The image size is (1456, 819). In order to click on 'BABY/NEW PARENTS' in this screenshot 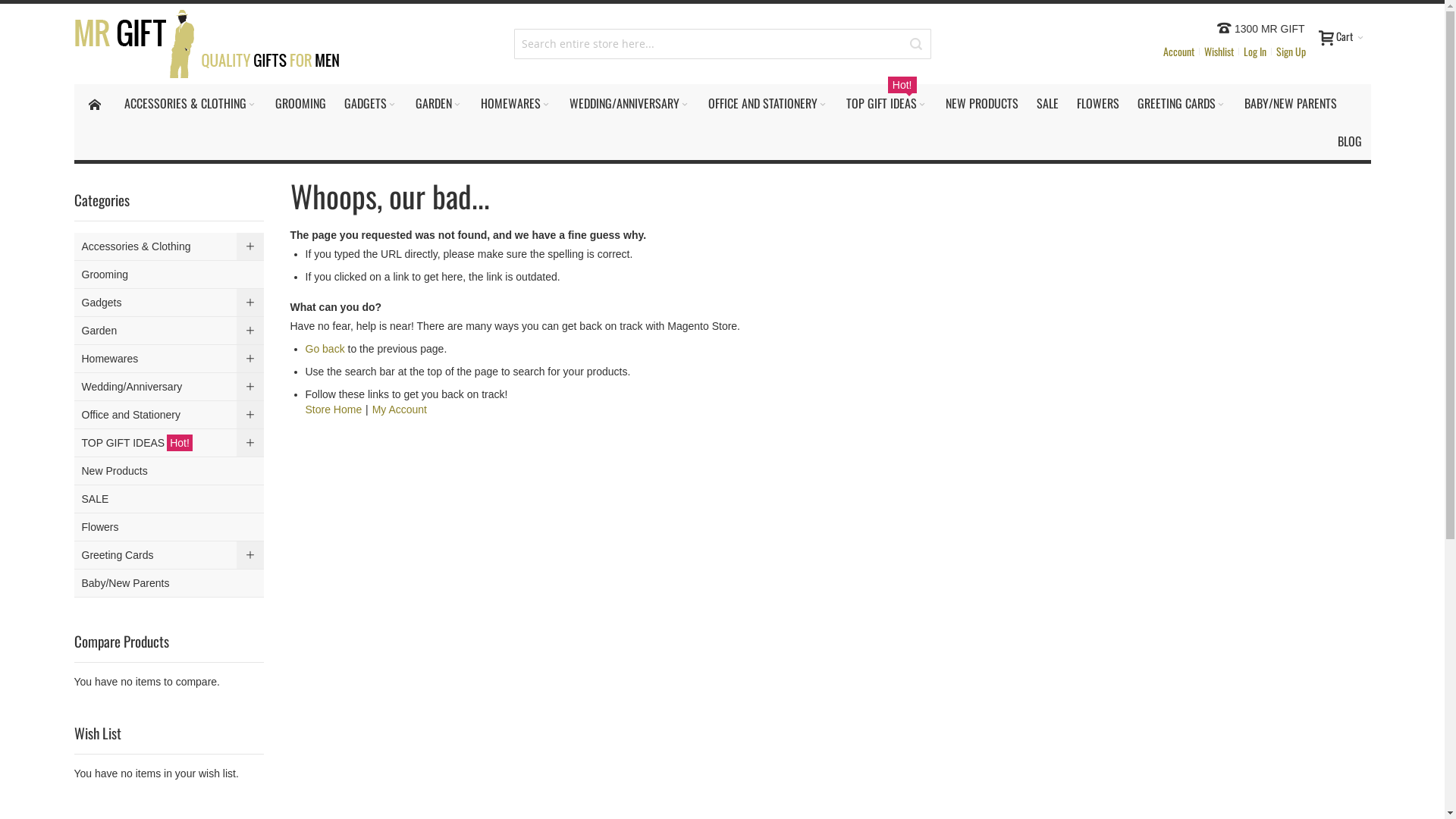, I will do `click(1234, 102)`.